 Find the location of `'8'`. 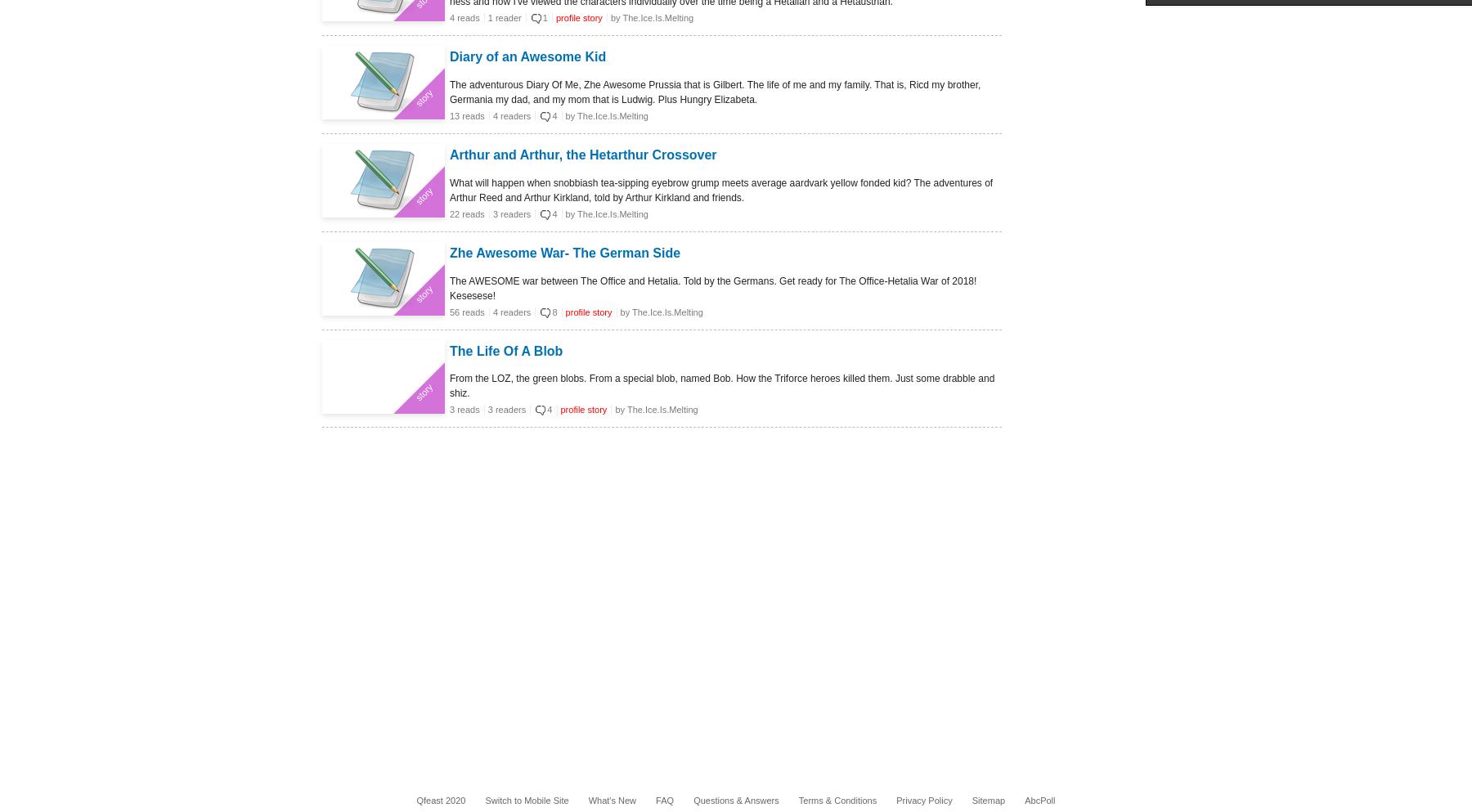

'8' is located at coordinates (552, 312).